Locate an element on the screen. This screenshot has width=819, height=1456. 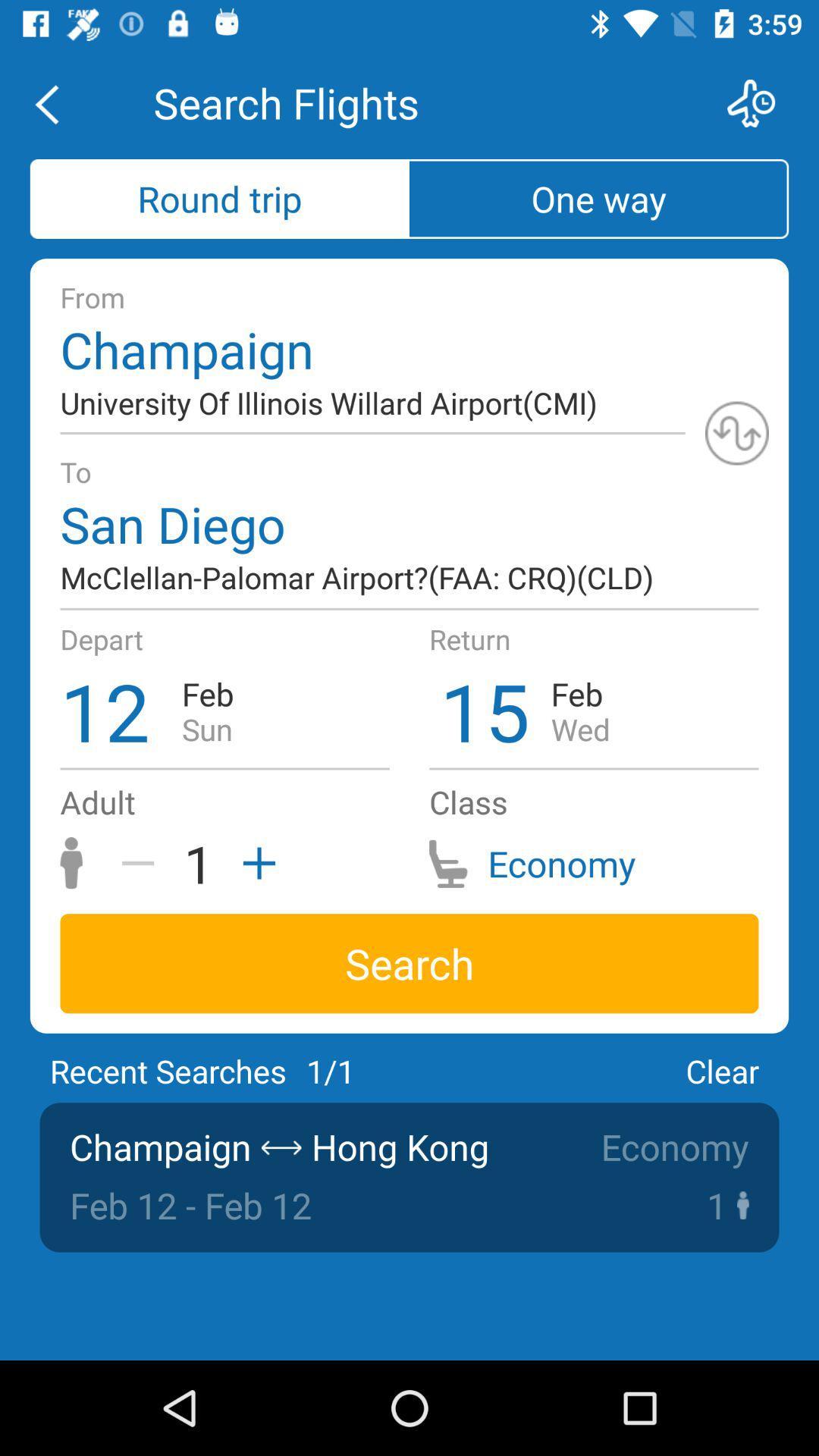
the minus icon is located at coordinates (143, 863).